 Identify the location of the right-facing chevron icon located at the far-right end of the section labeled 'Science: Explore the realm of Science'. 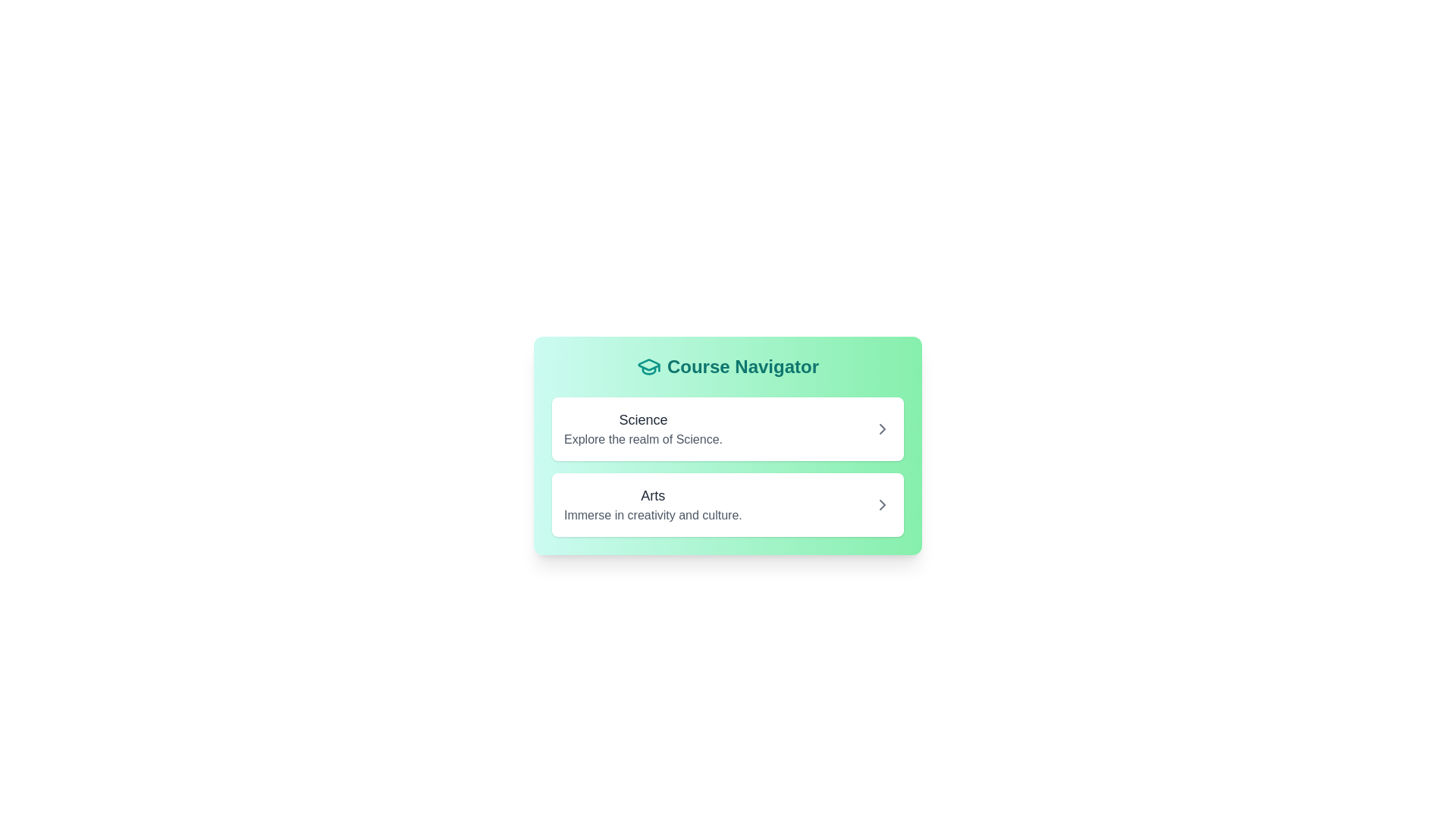
(882, 429).